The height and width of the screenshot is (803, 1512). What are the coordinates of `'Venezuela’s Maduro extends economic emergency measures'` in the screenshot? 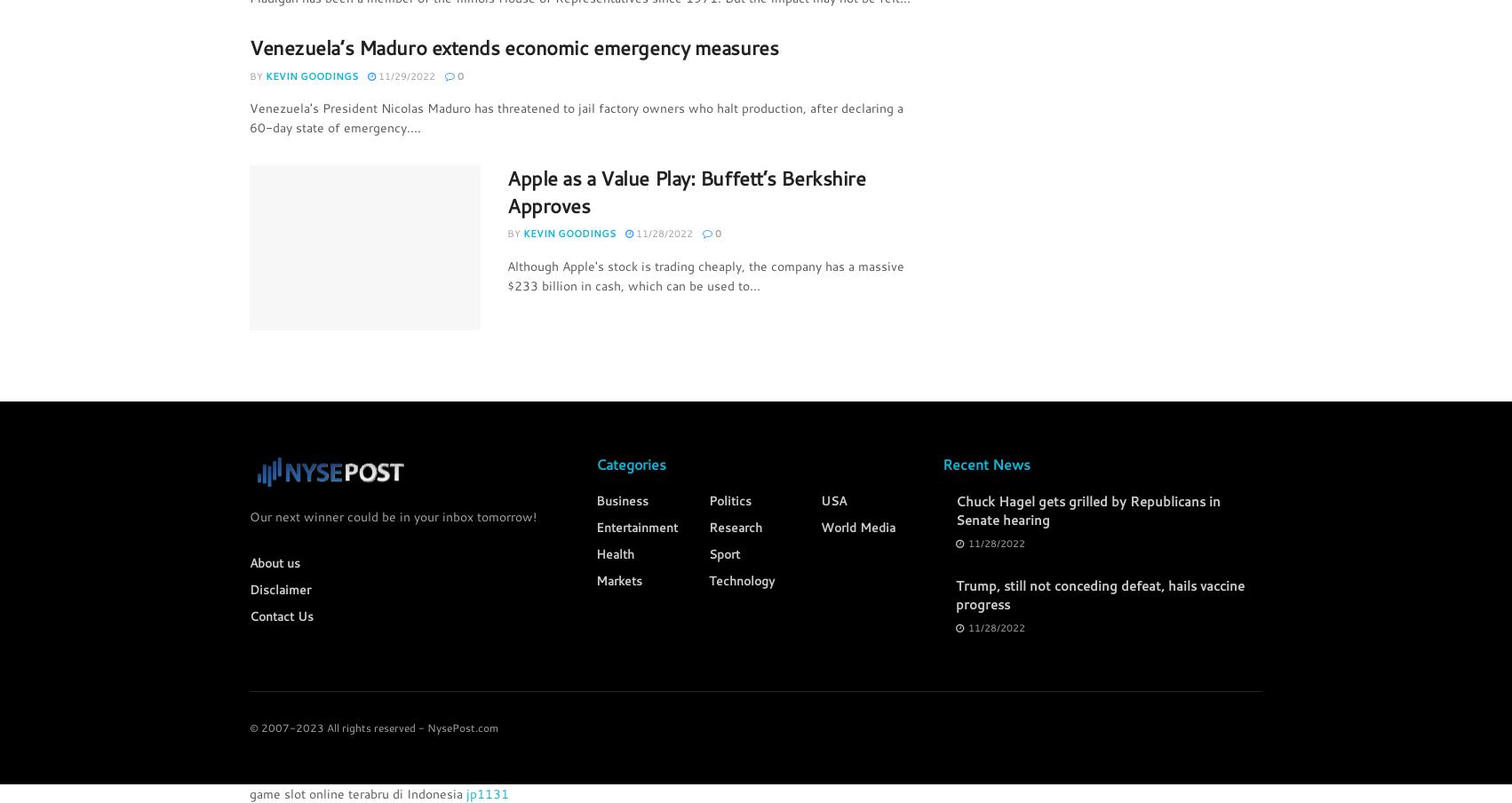 It's located at (513, 45).